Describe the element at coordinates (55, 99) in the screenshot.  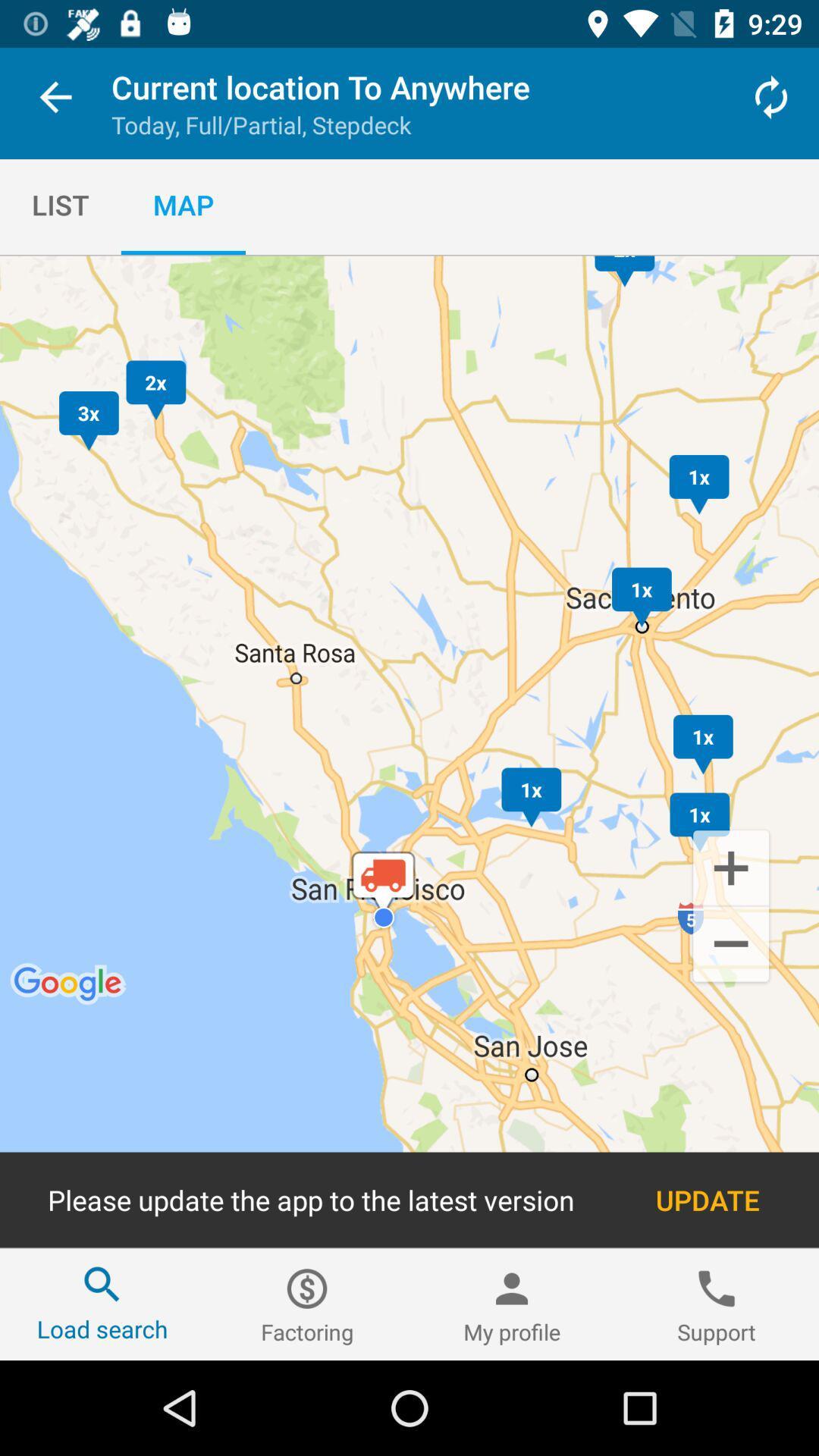
I see `item above list item` at that location.